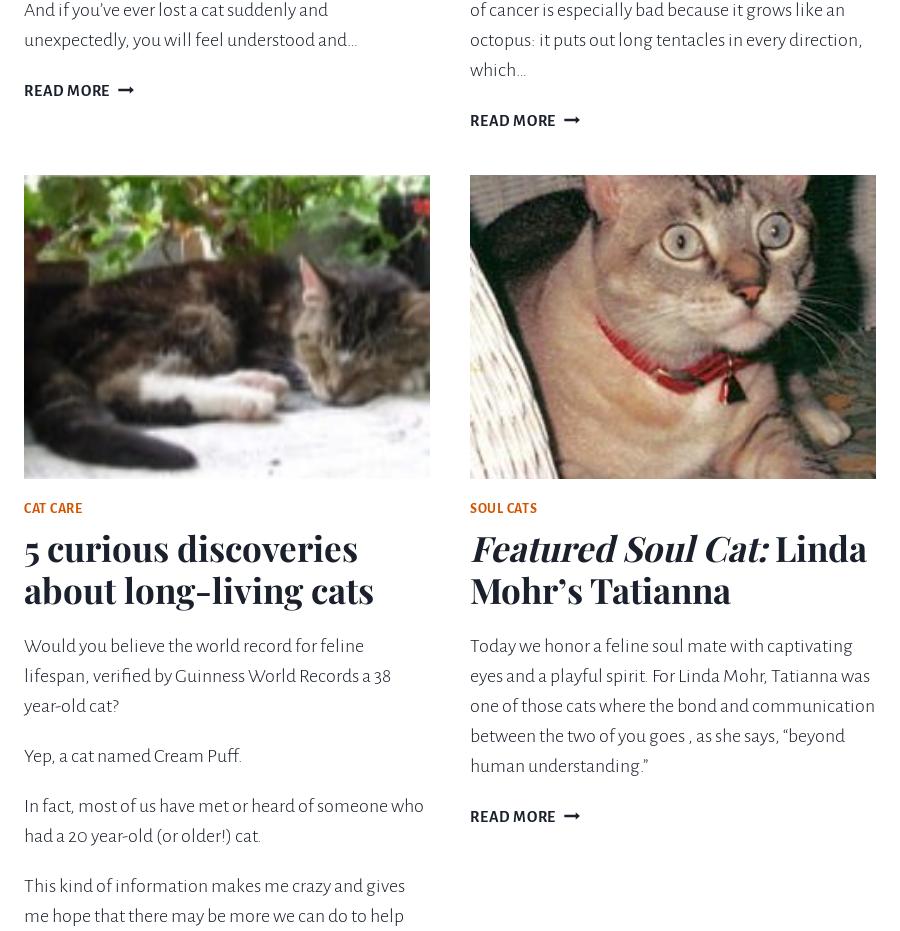 The width and height of the screenshot is (900, 931). What do you see at coordinates (502, 508) in the screenshot?
I see `'Soul Cats'` at bounding box center [502, 508].